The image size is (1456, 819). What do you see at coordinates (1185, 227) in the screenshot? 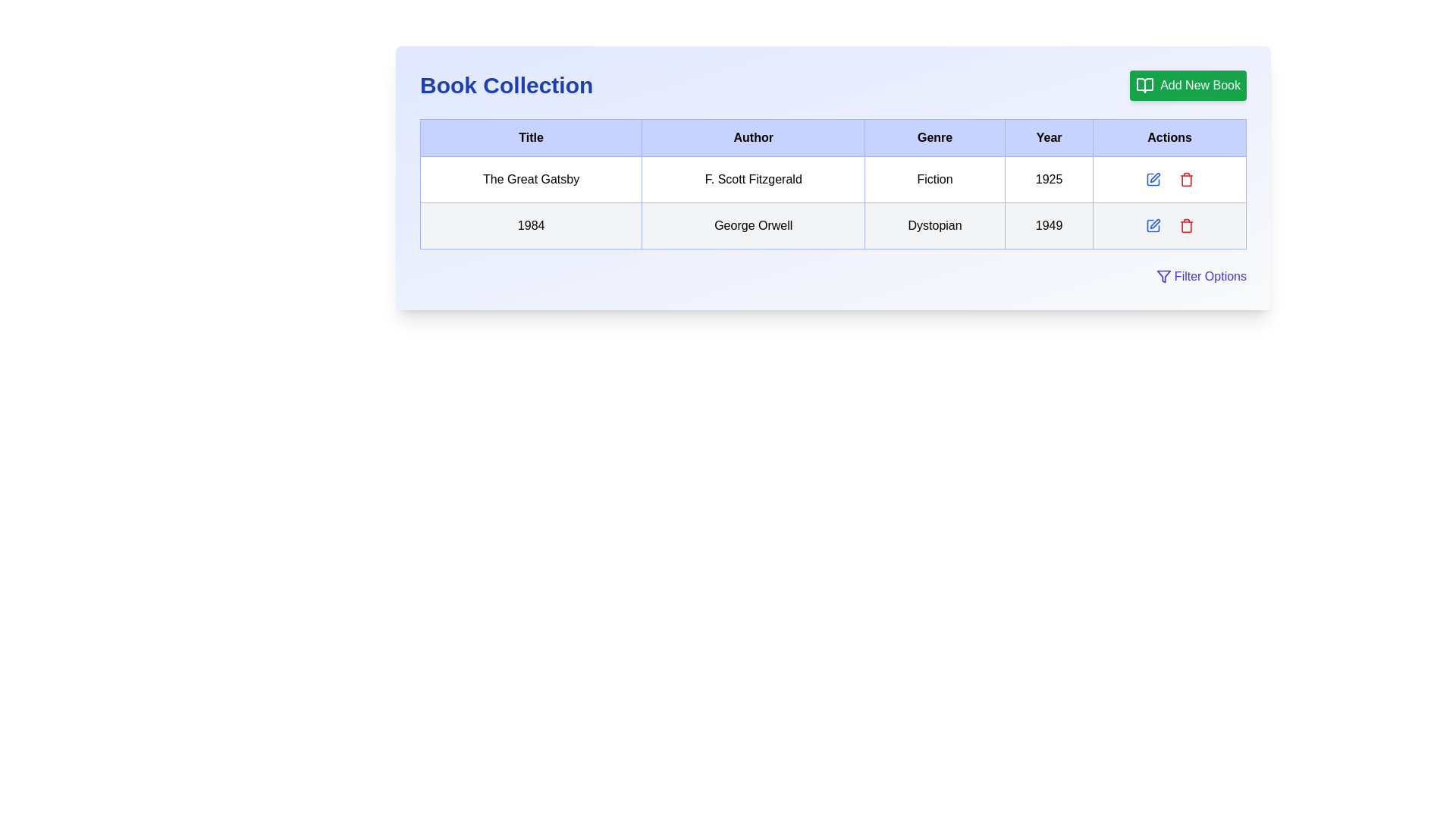
I see `the delete button located in the 'Actions' column of the table, specifically in the second row` at bounding box center [1185, 227].